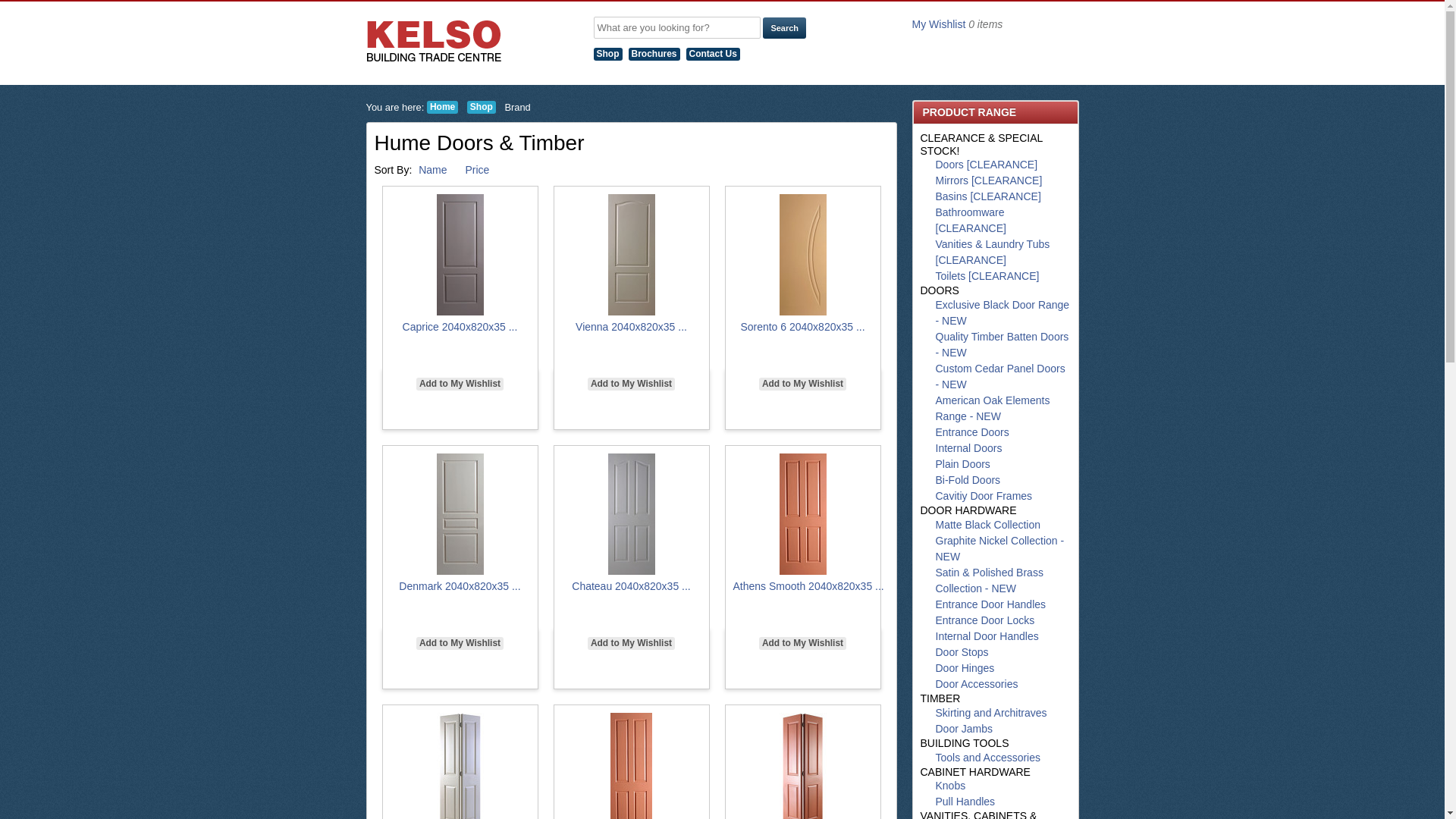  I want to click on 'Custom Cedar Panel Doors - NEW', so click(1000, 375).